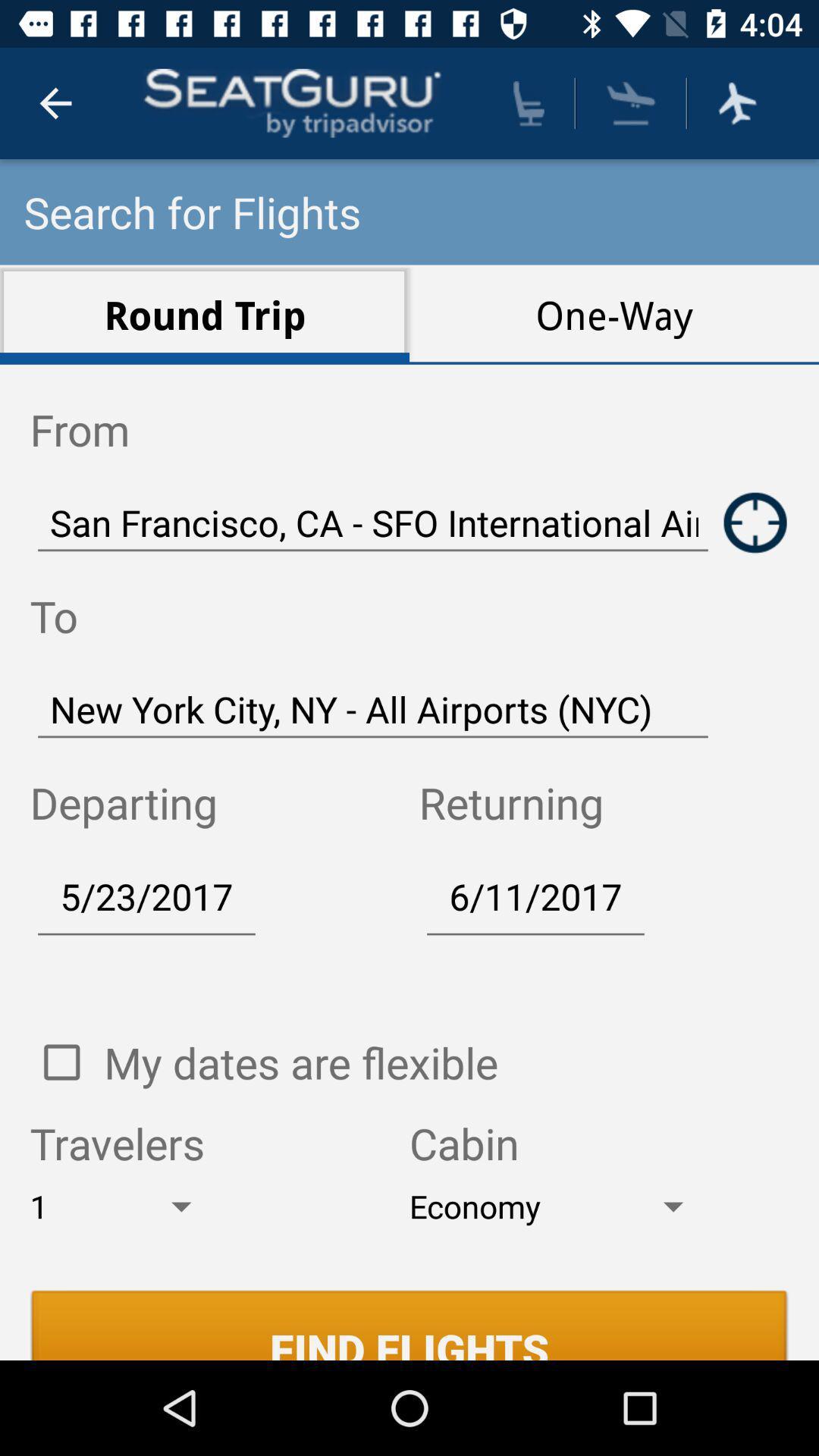 The width and height of the screenshot is (819, 1456). What do you see at coordinates (205, 314) in the screenshot?
I see `the icon above the from` at bounding box center [205, 314].